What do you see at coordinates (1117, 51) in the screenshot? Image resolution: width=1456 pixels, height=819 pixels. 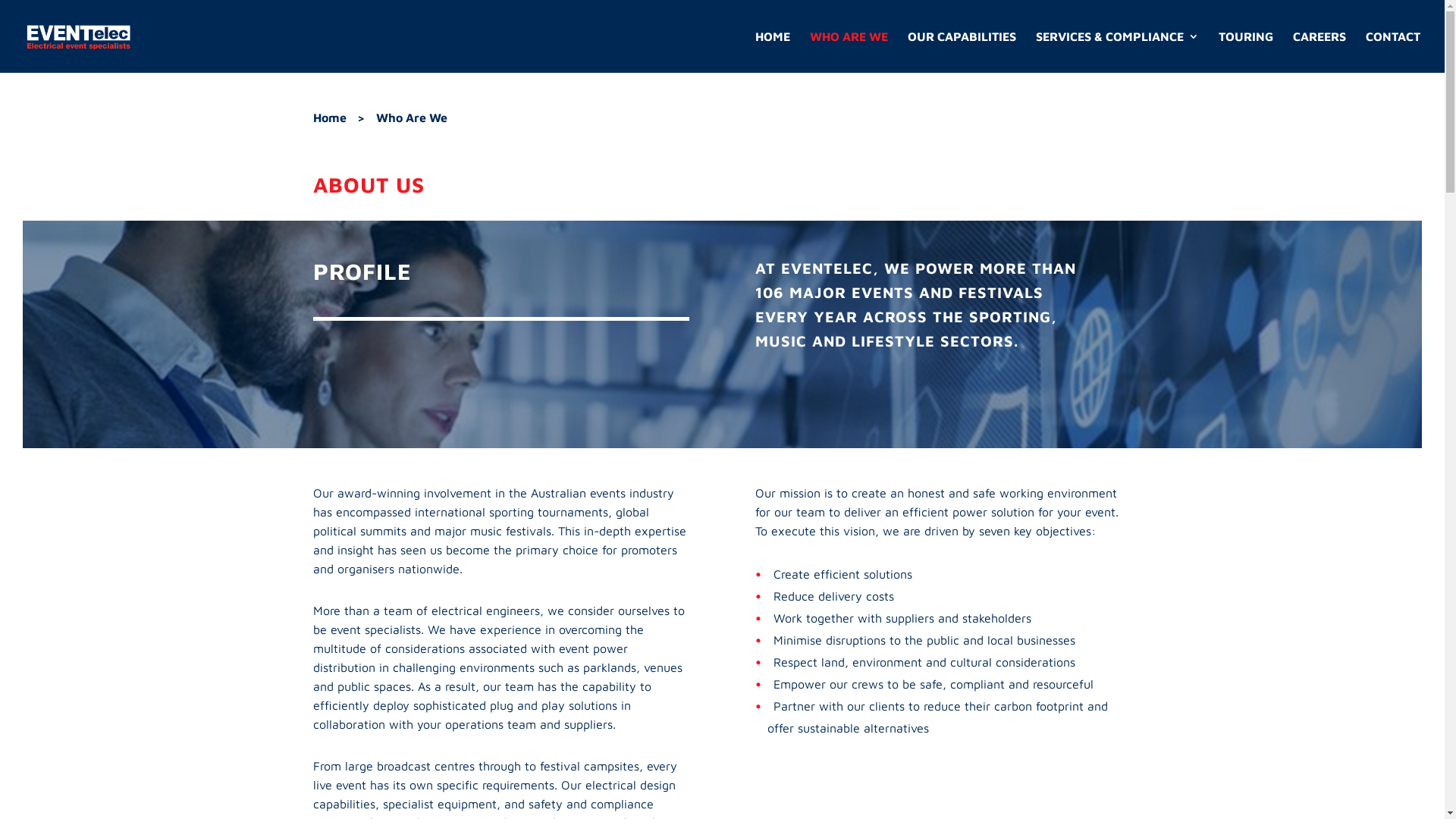 I see `'SERVICES & COMPLIANCE'` at bounding box center [1117, 51].